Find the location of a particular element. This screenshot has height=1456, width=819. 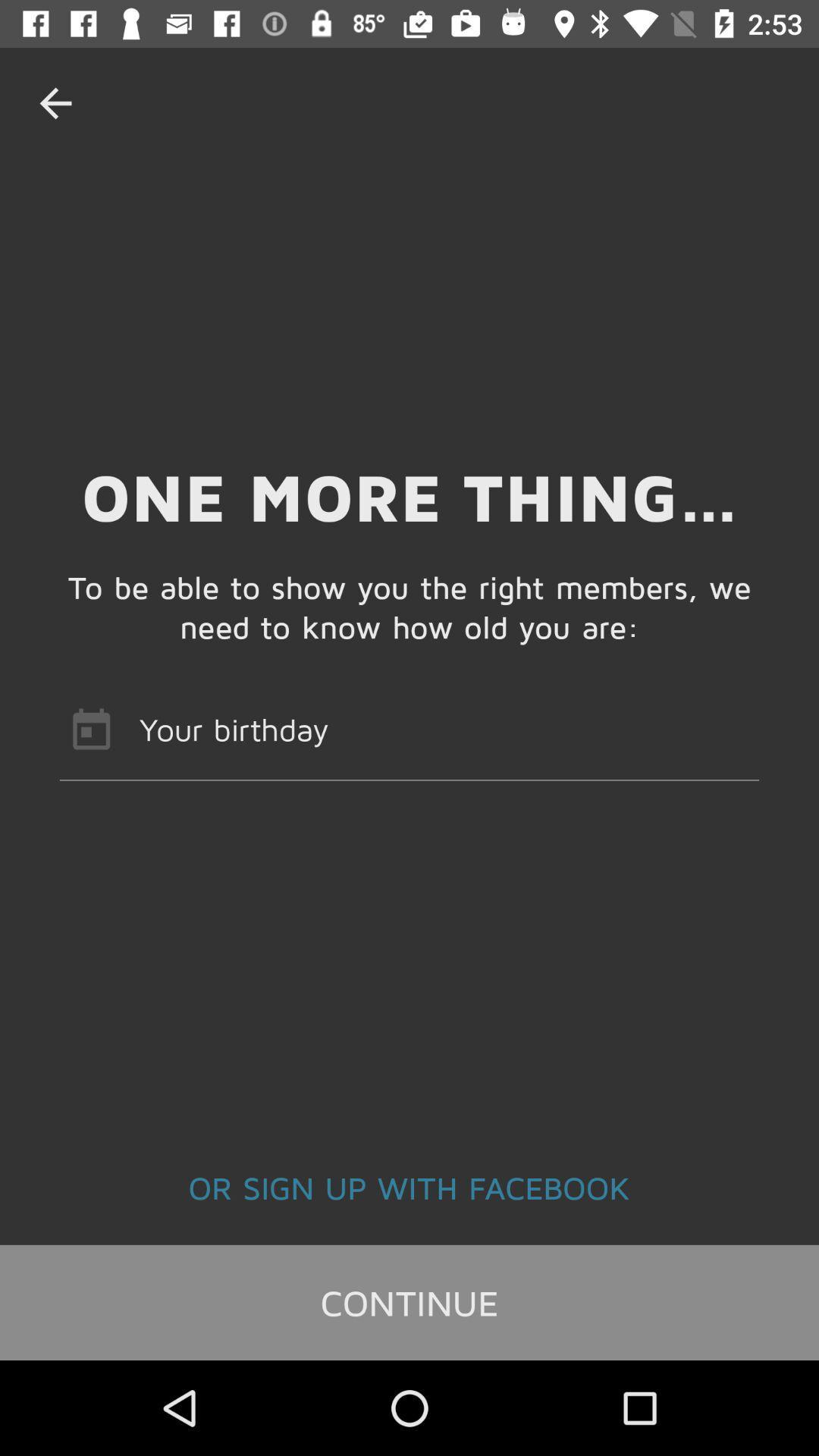

item above or sign up is located at coordinates (409, 729).